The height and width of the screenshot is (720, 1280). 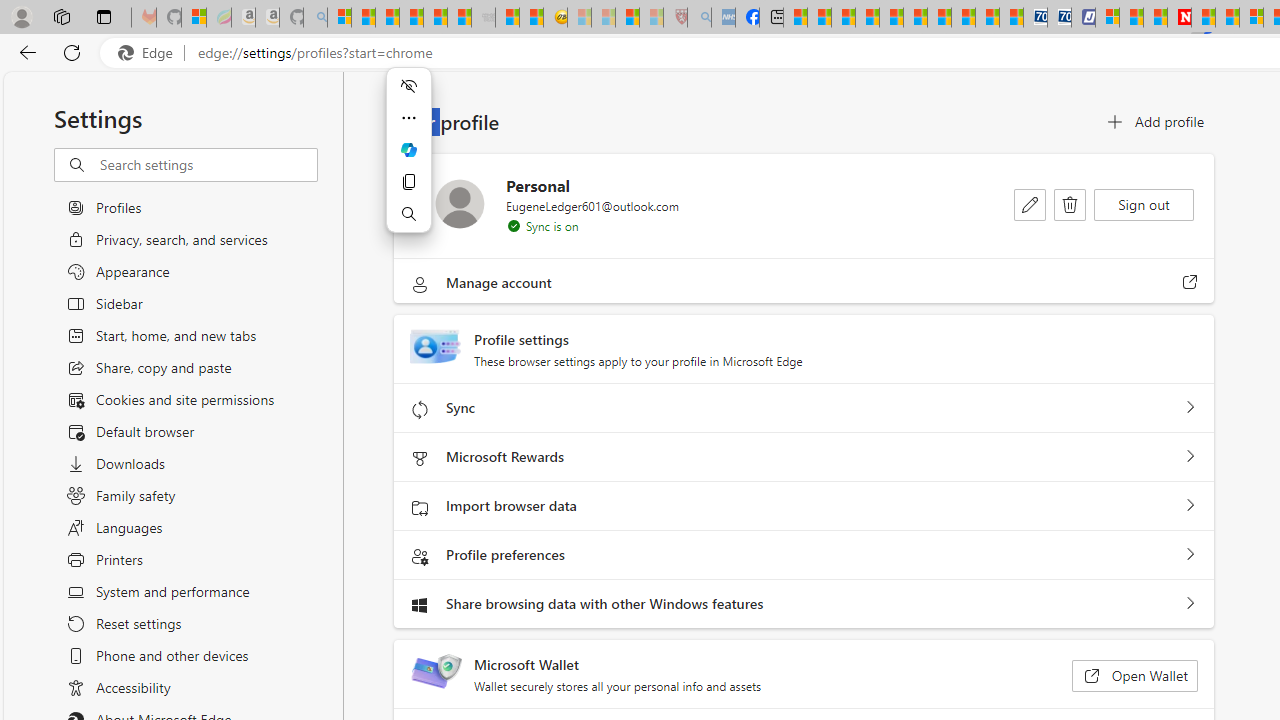 What do you see at coordinates (407, 85) in the screenshot?
I see `'Hide menu'` at bounding box center [407, 85].